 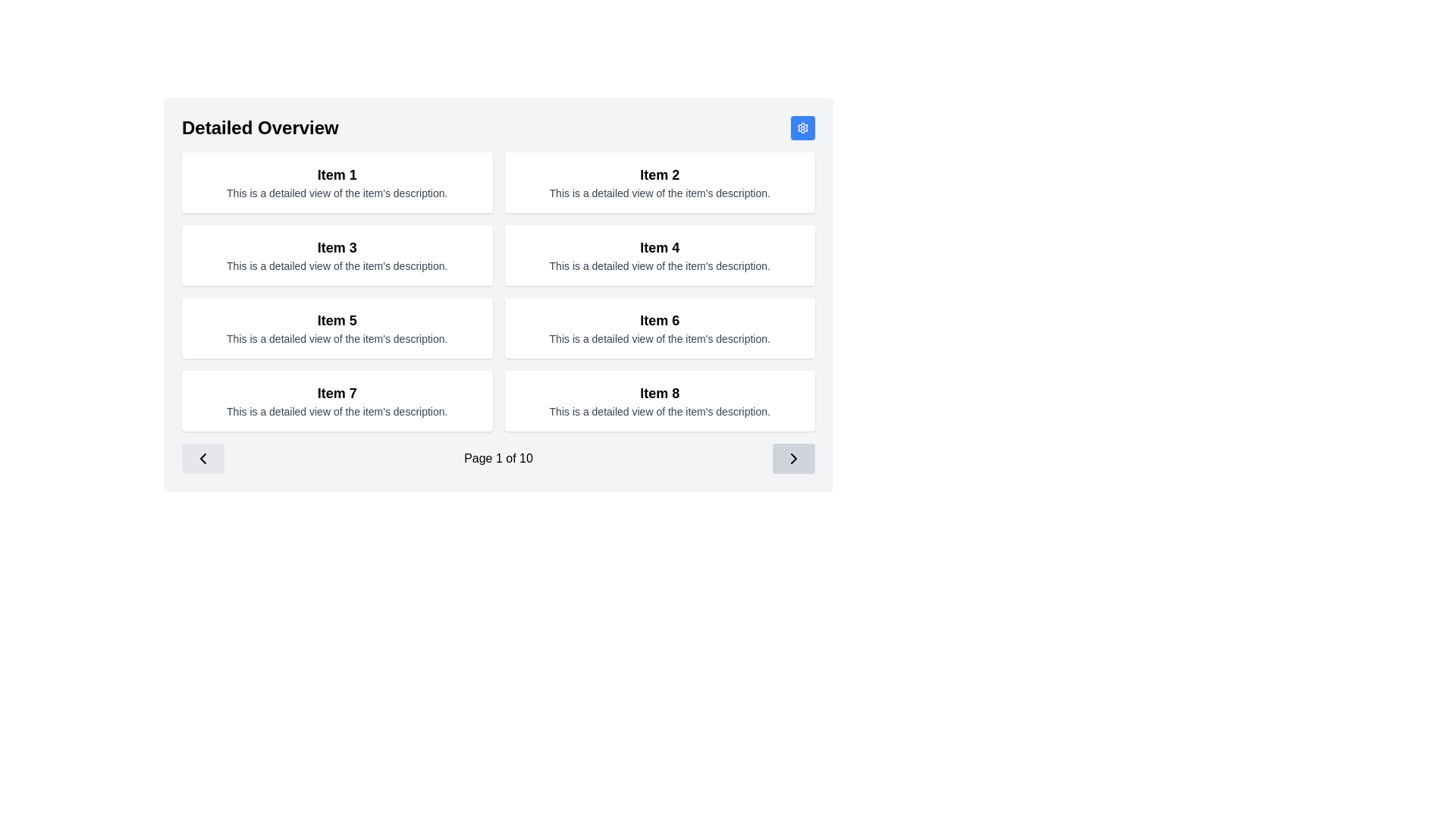 I want to click on the text label located in the second row of the grid layout, specifically in the left column, which serves as a concise identifier for its associated content, so click(x=660, y=247).